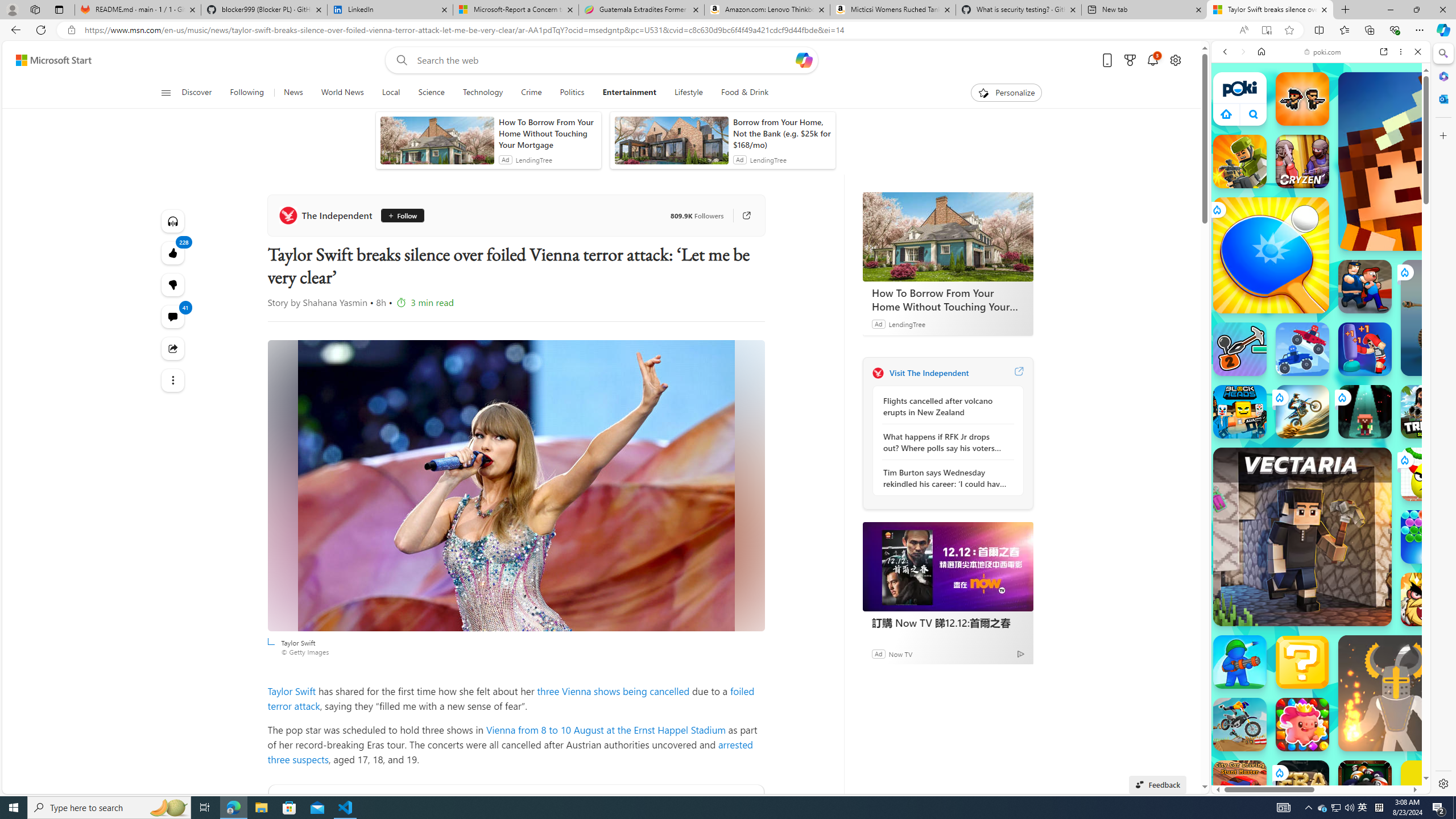 The width and height of the screenshot is (1456, 819). Describe the element at coordinates (1264, 548) in the screenshot. I see `'Hills of Steel Hills of Steel poki.com'` at that location.